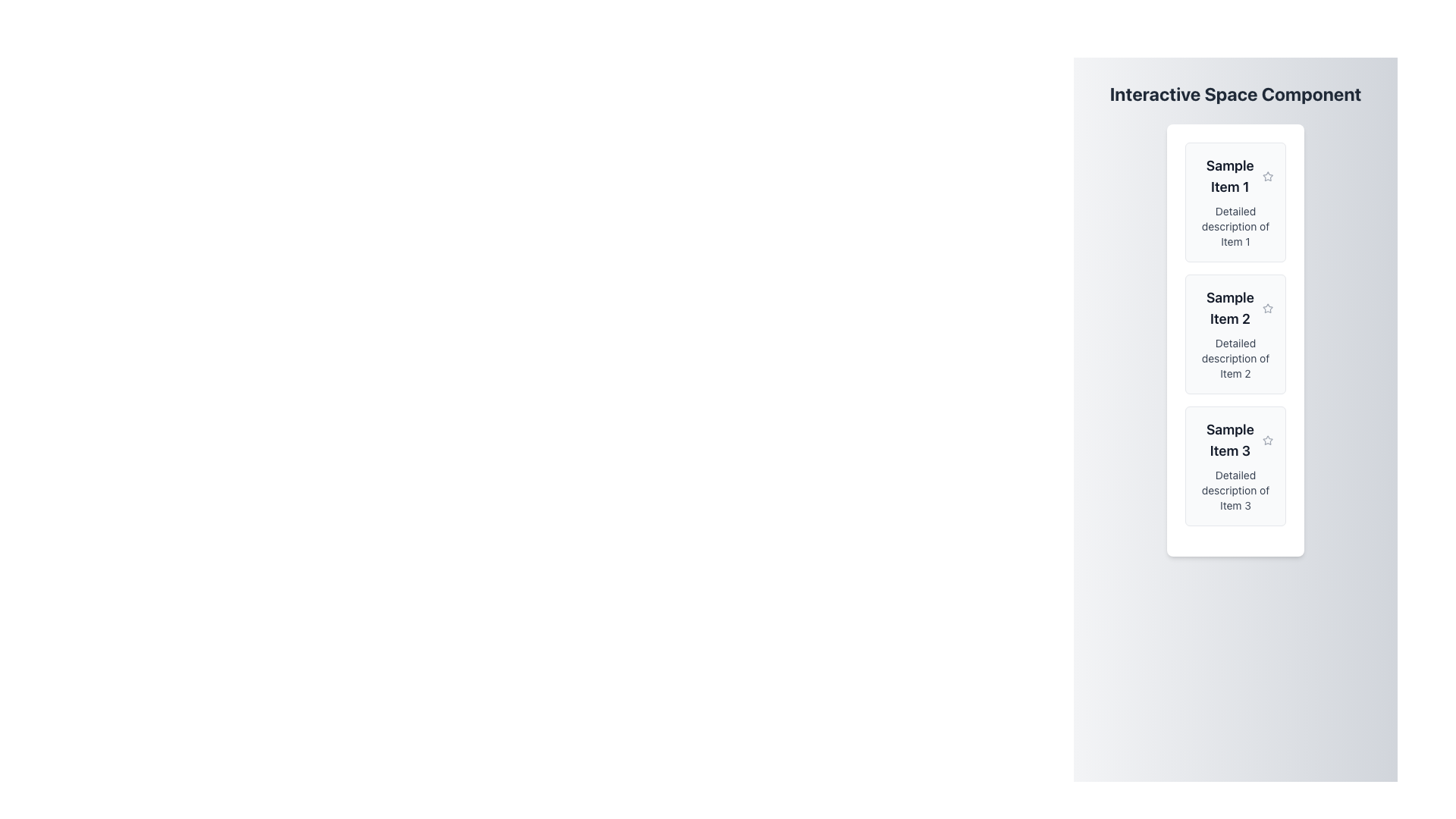 The height and width of the screenshot is (819, 1456). What do you see at coordinates (1267, 175) in the screenshot?
I see `the star icon located to the right of the text 'Sample Item 1'` at bounding box center [1267, 175].